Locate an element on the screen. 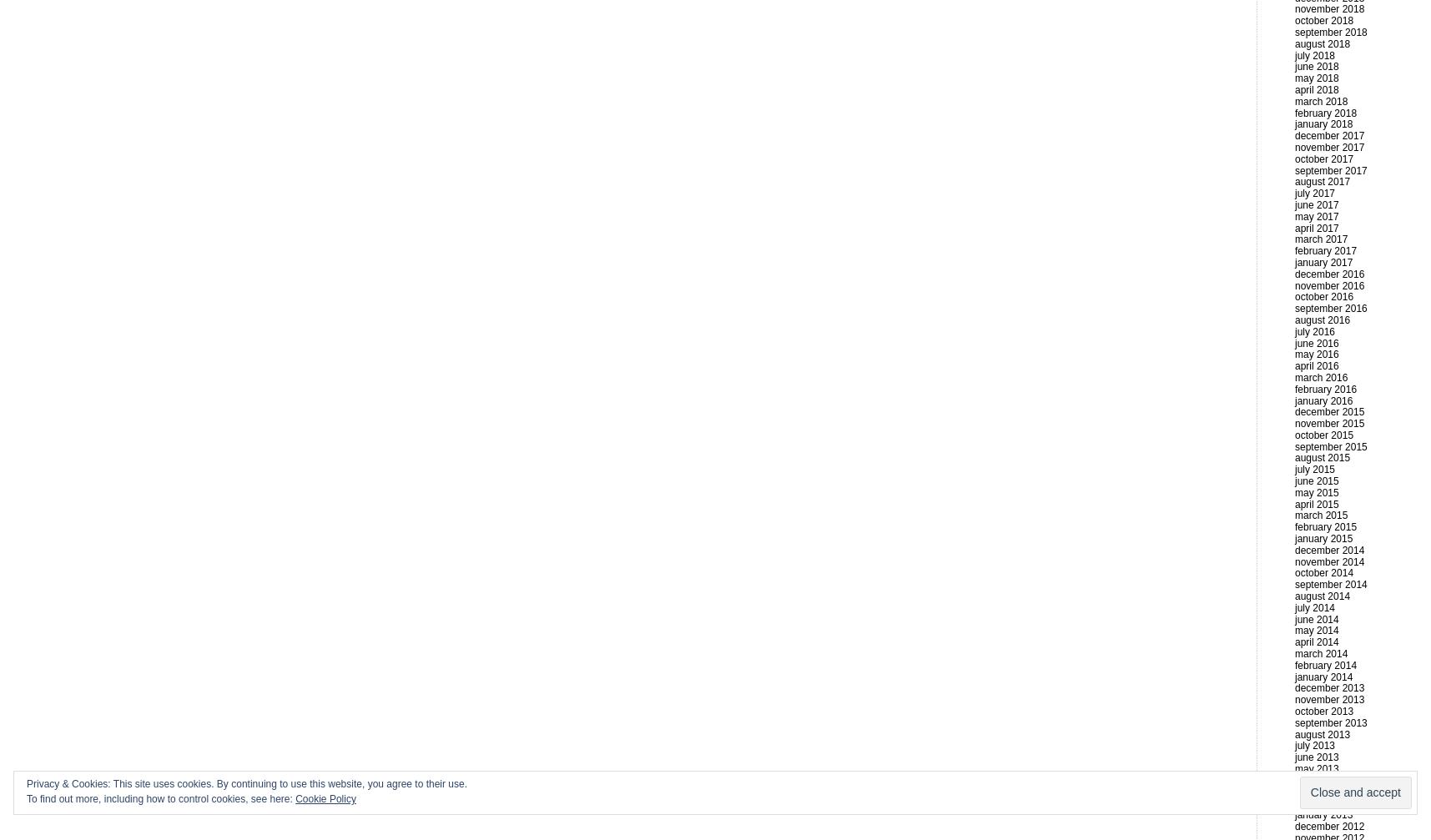 This screenshot has width=1431, height=840. 'January 2014' is located at coordinates (1323, 676).